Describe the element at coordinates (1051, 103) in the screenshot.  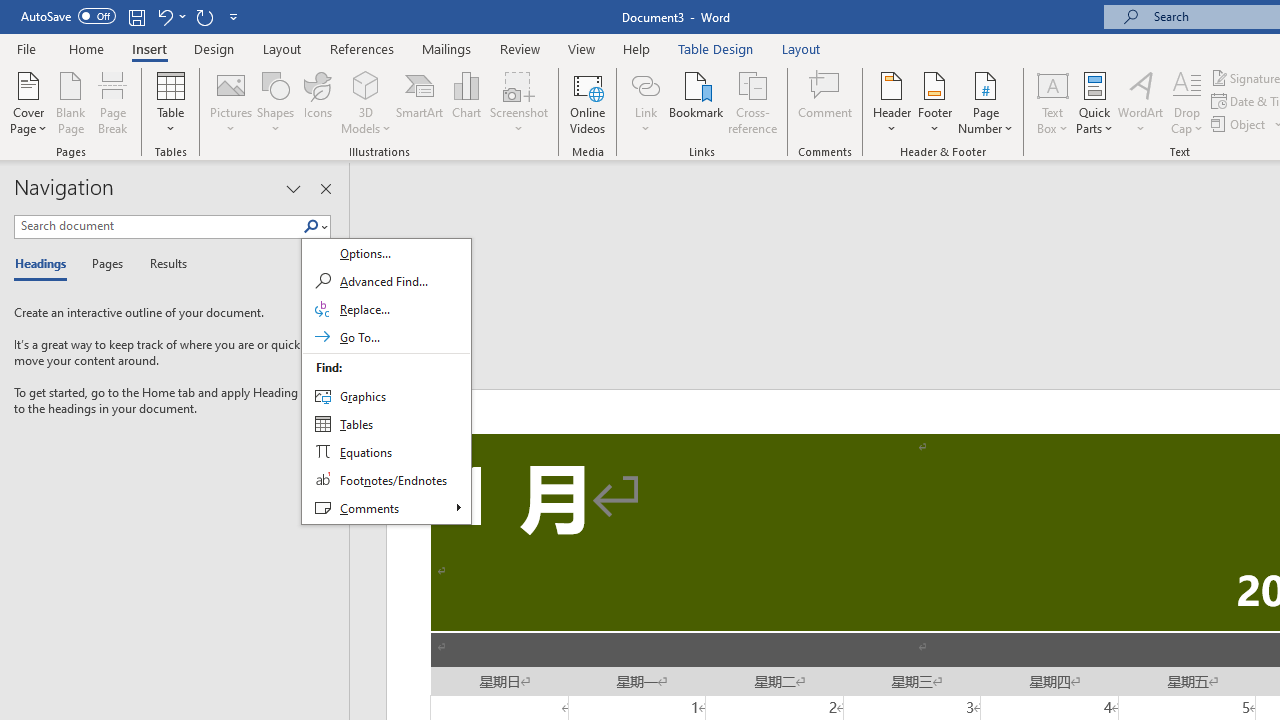
I see `'Text Box'` at that location.